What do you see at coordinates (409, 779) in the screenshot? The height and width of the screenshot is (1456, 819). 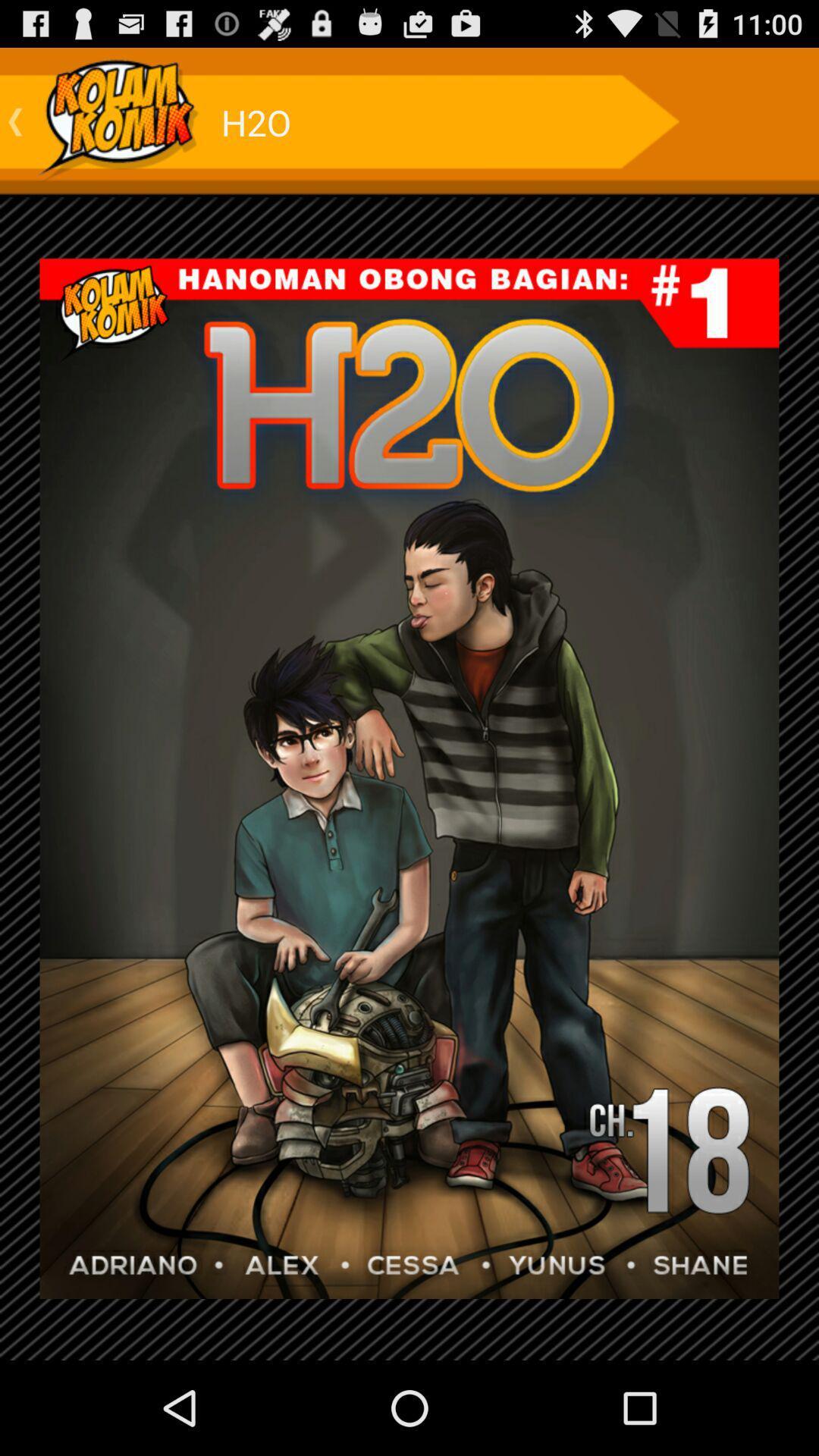 I see `icon at the center` at bounding box center [409, 779].